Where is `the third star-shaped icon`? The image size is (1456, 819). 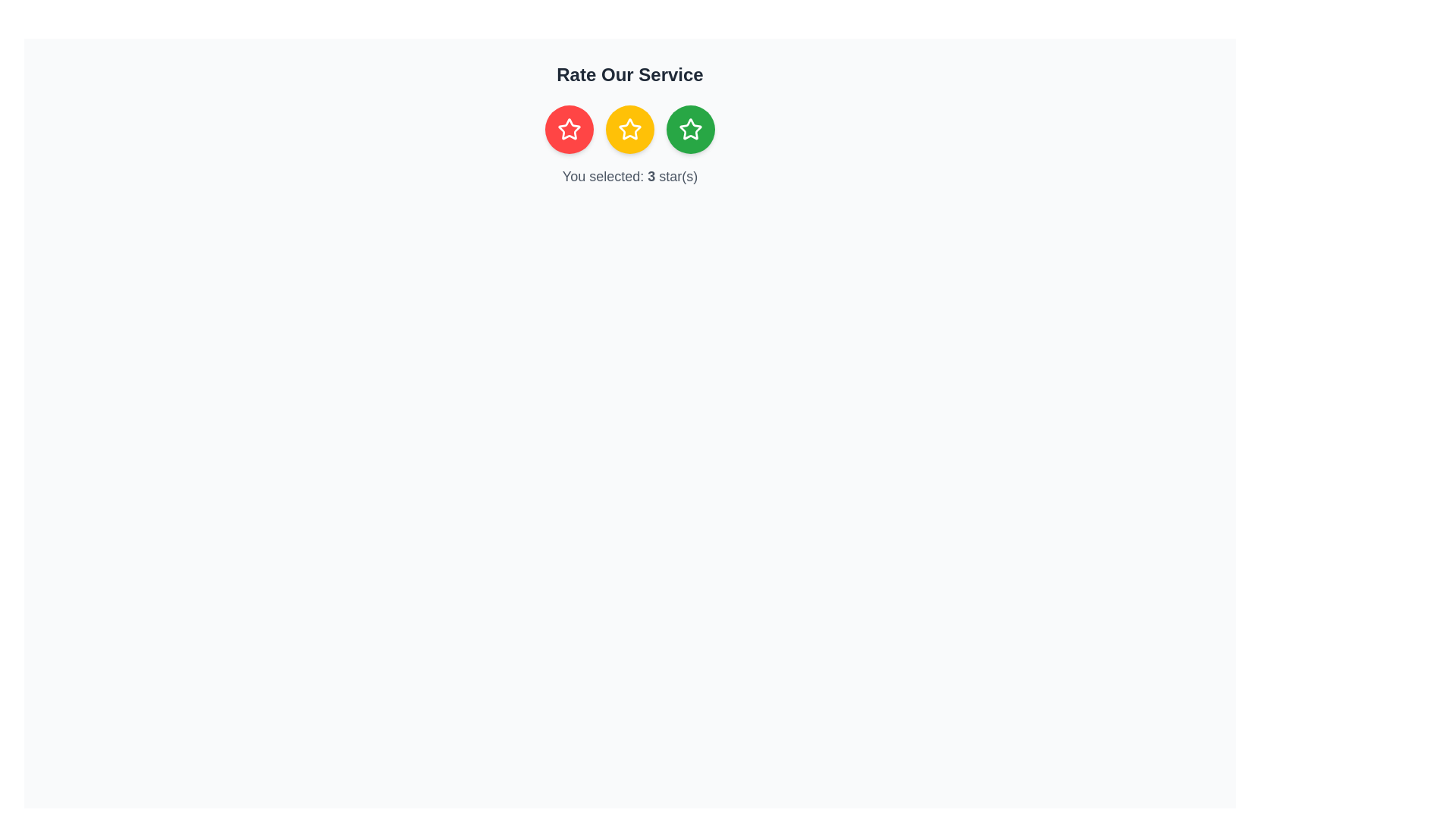
the third star-shaped icon is located at coordinates (690, 128).